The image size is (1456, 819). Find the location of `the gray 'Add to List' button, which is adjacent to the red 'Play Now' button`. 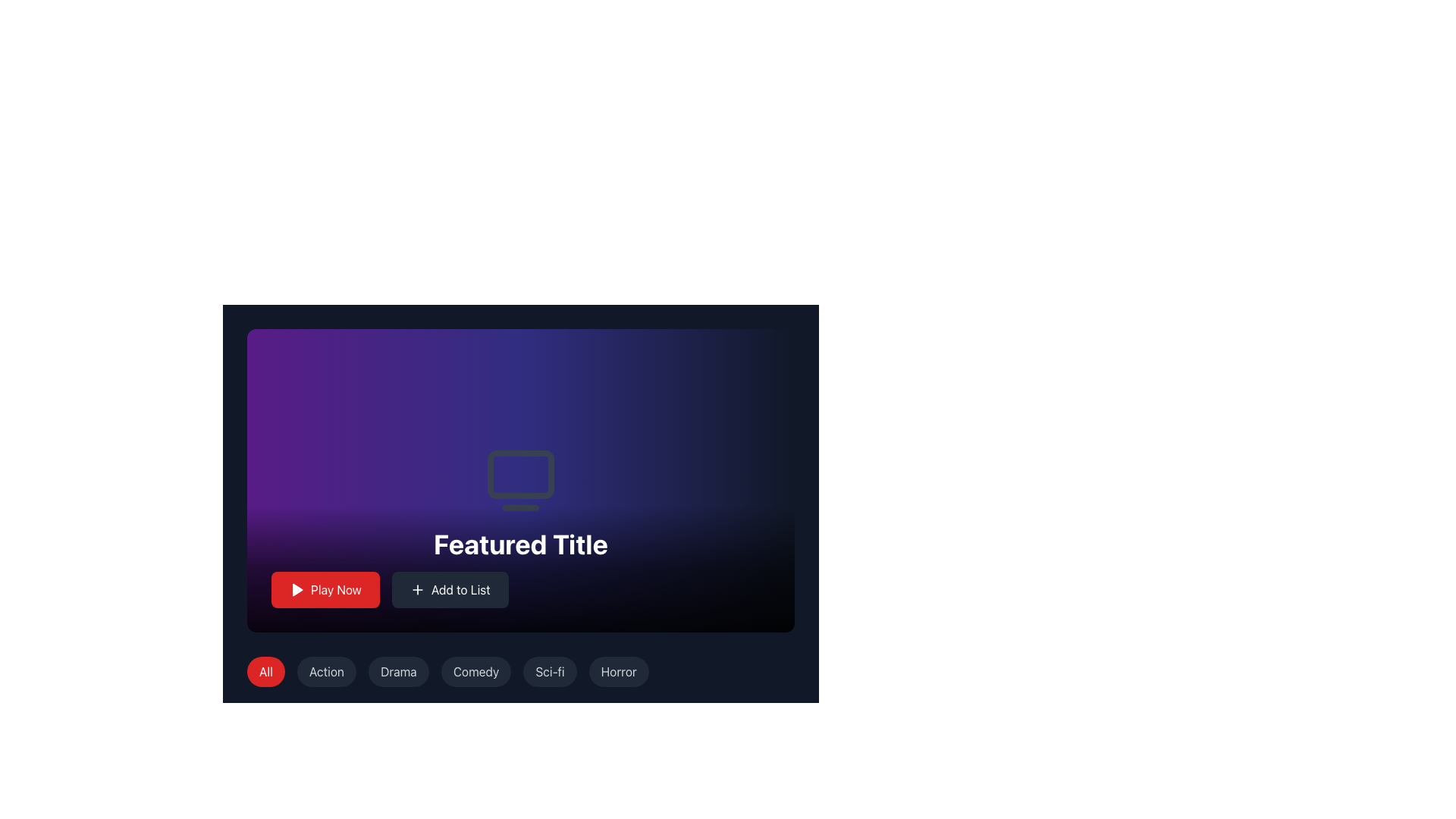

the gray 'Add to List' button, which is adjacent to the red 'Play Now' button is located at coordinates (520, 589).